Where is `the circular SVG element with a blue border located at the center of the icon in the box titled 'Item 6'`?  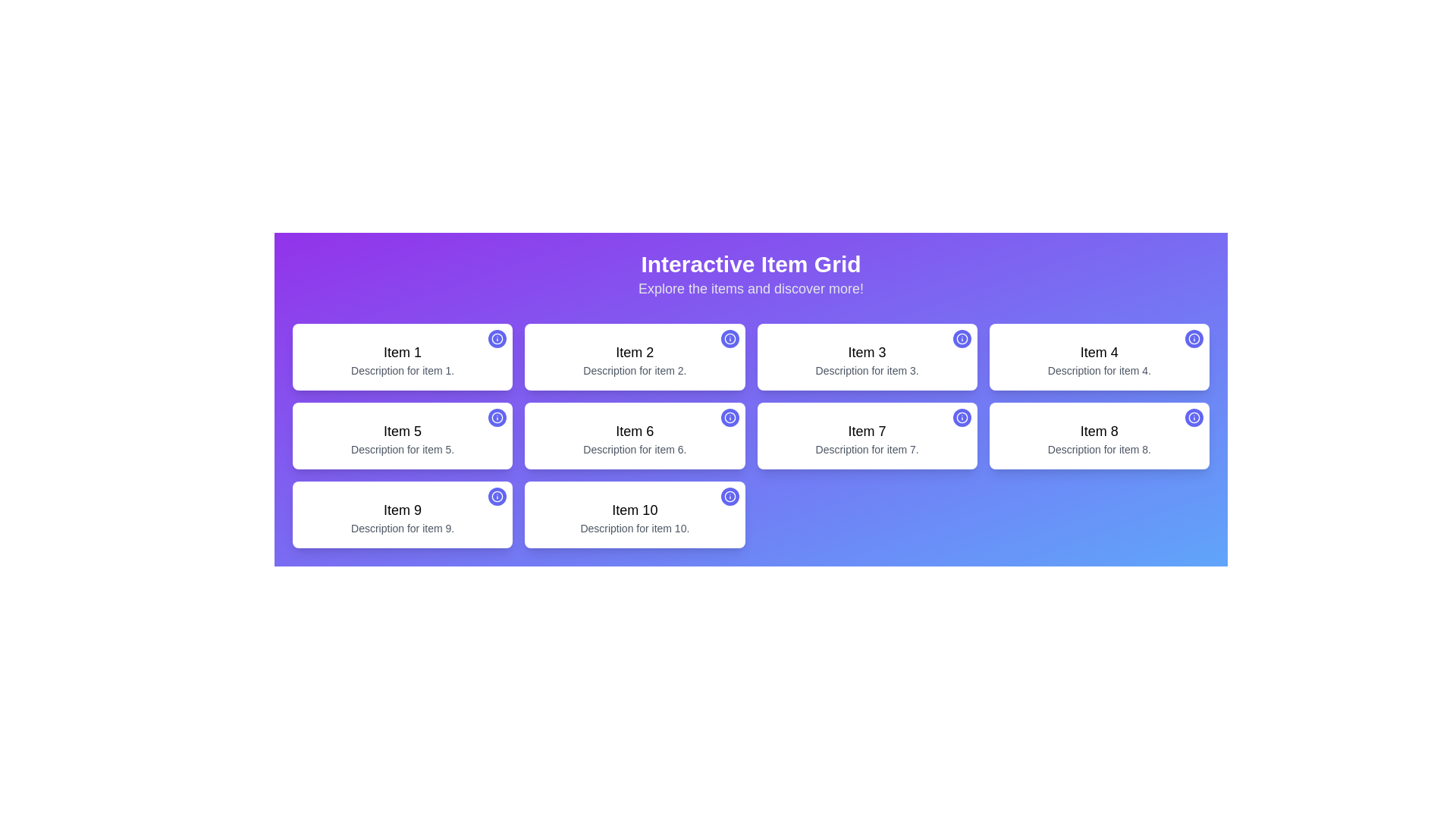
the circular SVG element with a blue border located at the center of the icon in the box titled 'Item 6' is located at coordinates (730, 418).